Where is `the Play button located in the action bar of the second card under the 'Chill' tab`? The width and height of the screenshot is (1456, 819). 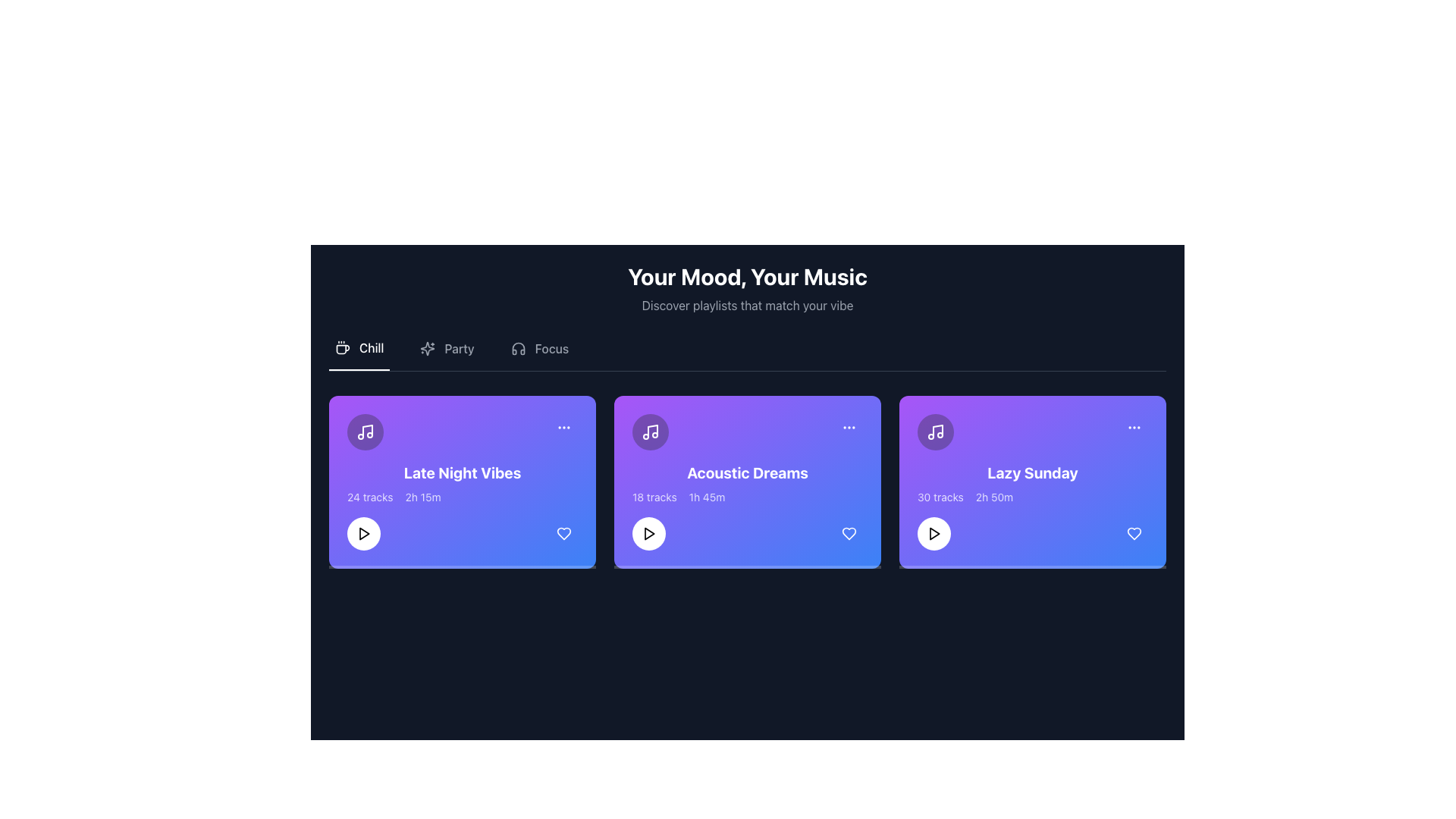 the Play button located in the action bar of the second card under the 'Chill' tab is located at coordinates (648, 533).